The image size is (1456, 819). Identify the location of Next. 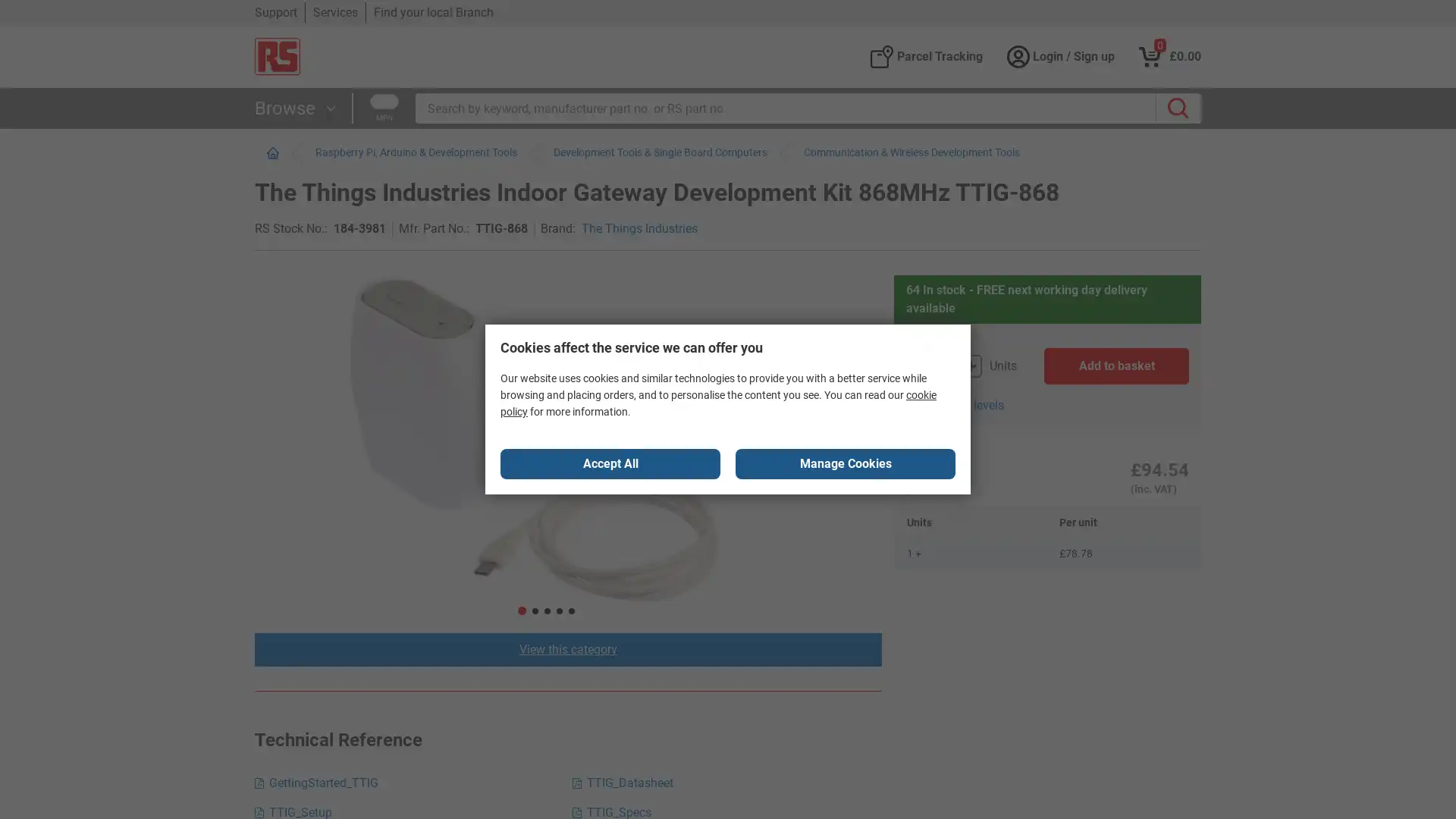
(297, 570).